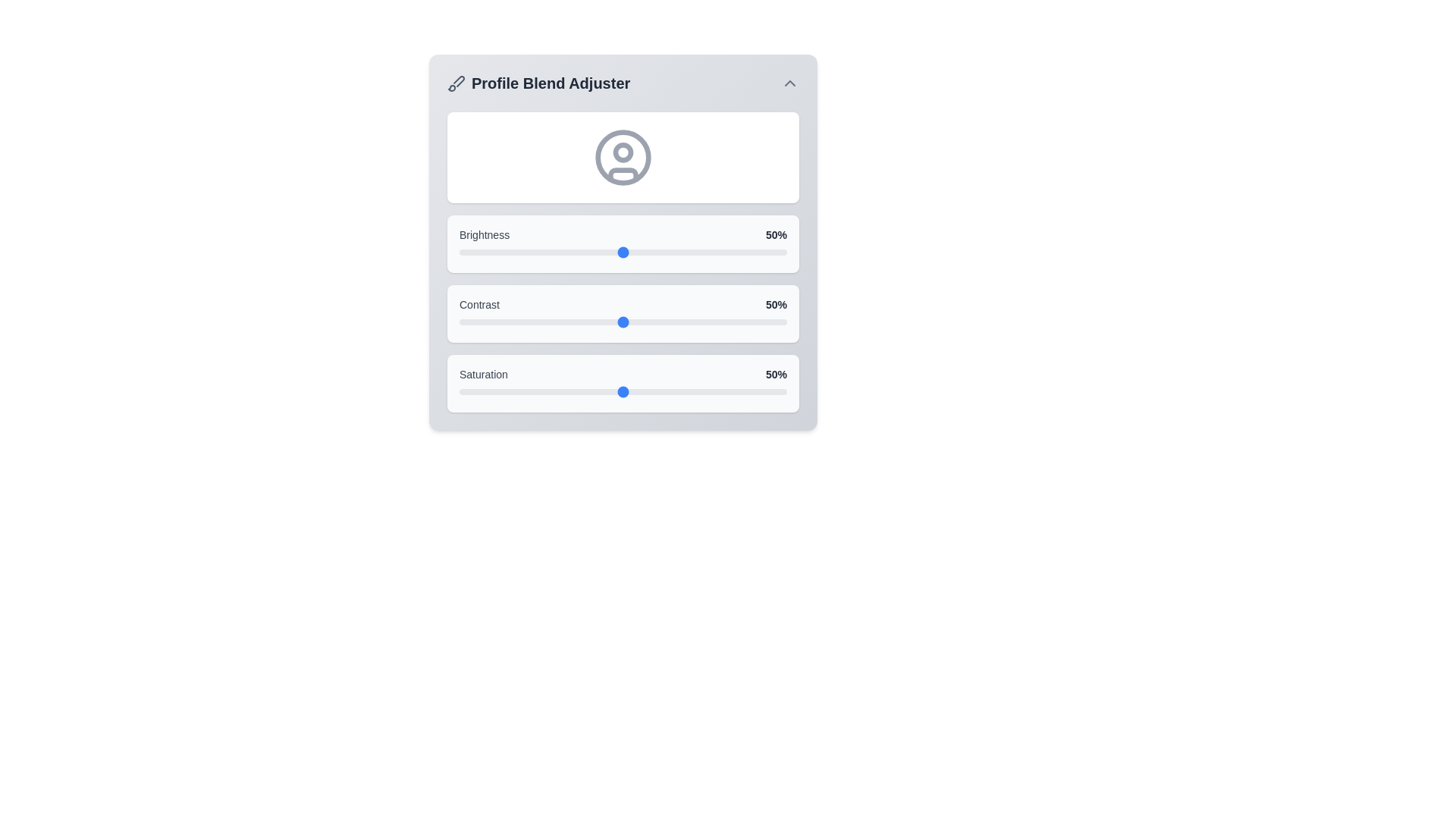 This screenshot has width=1456, height=819. What do you see at coordinates (623, 158) in the screenshot?
I see `the circular user profile icon with a gray border, located at the top-center of the 'Profile Blend Adjuster' panel` at bounding box center [623, 158].